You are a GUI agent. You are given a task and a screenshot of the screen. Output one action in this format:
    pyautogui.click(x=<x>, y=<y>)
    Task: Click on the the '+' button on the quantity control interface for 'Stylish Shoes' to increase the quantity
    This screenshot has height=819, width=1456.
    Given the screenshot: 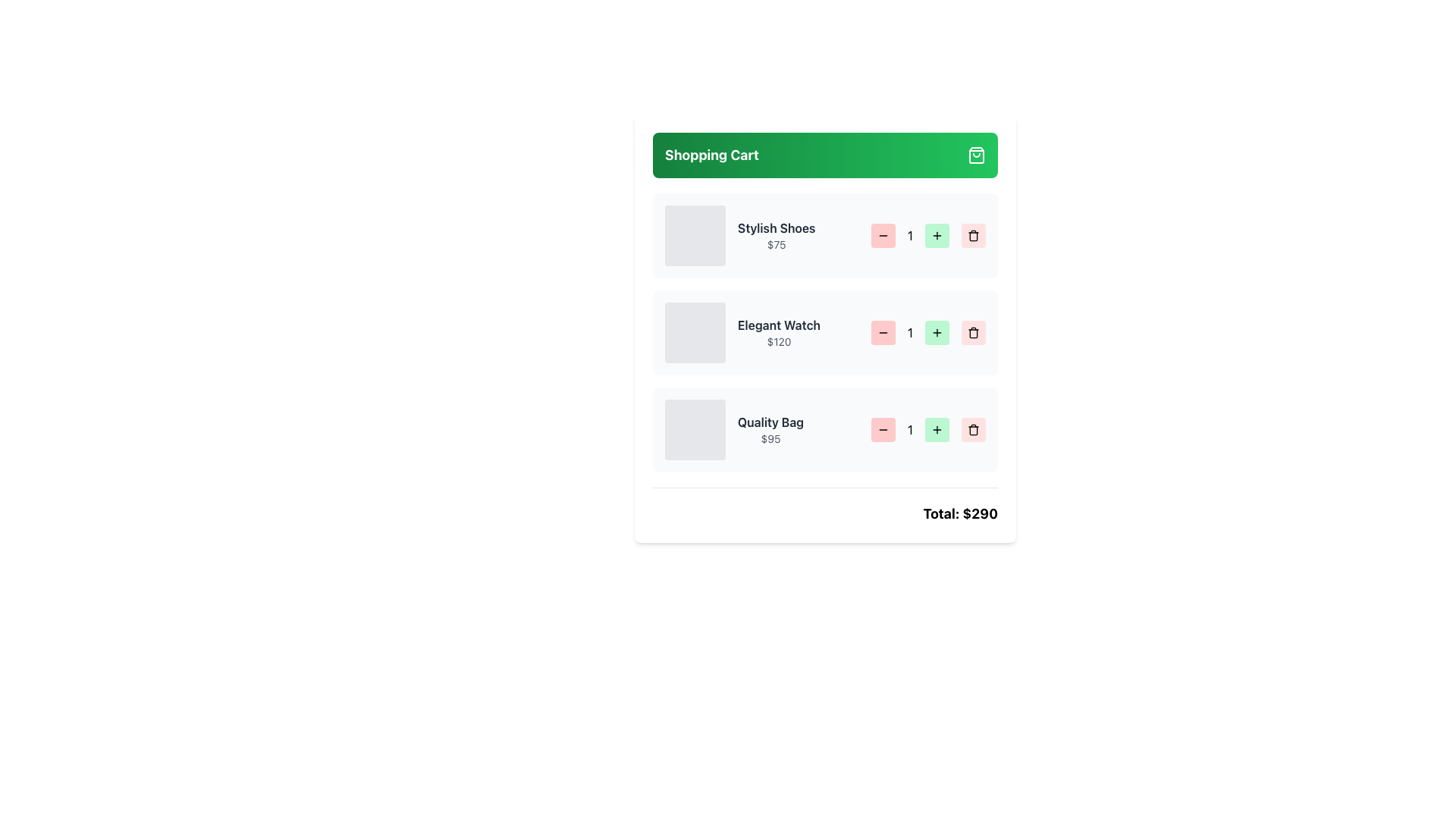 What is the action you would take?
    pyautogui.click(x=927, y=236)
    